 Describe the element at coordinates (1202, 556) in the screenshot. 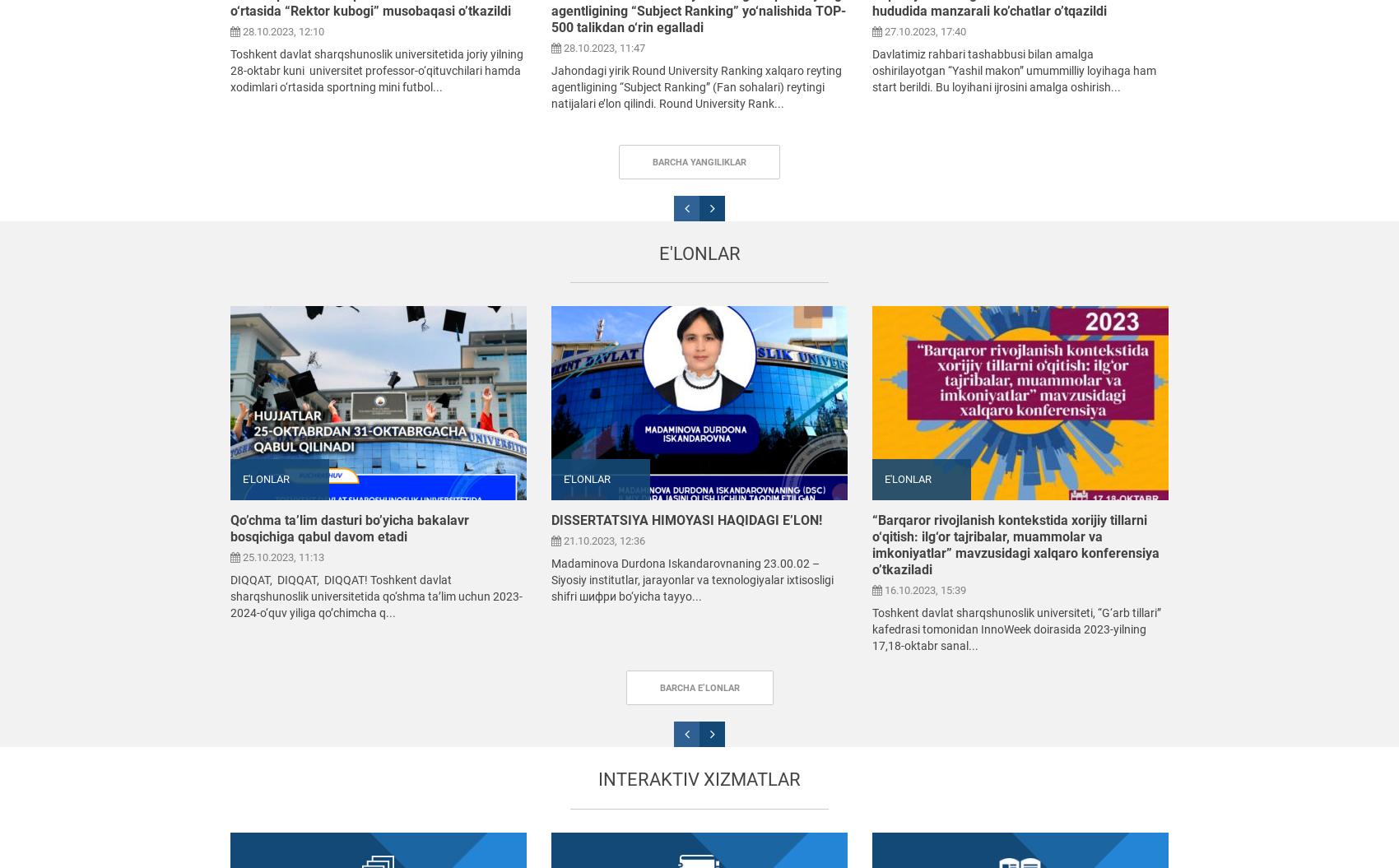

I see `'16.10.2023, 14:05'` at that location.